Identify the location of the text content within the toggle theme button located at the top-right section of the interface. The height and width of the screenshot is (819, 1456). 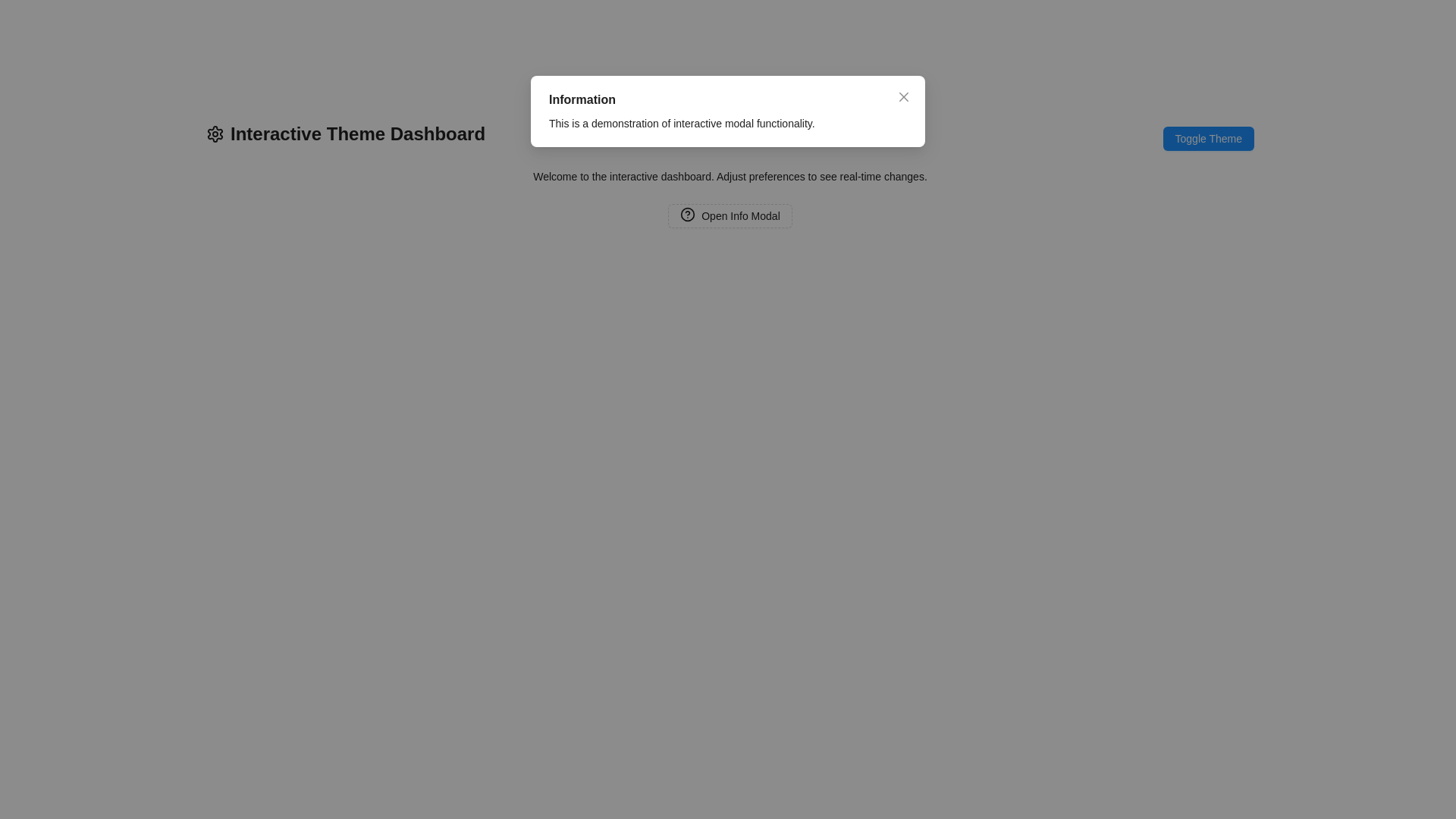
(1207, 138).